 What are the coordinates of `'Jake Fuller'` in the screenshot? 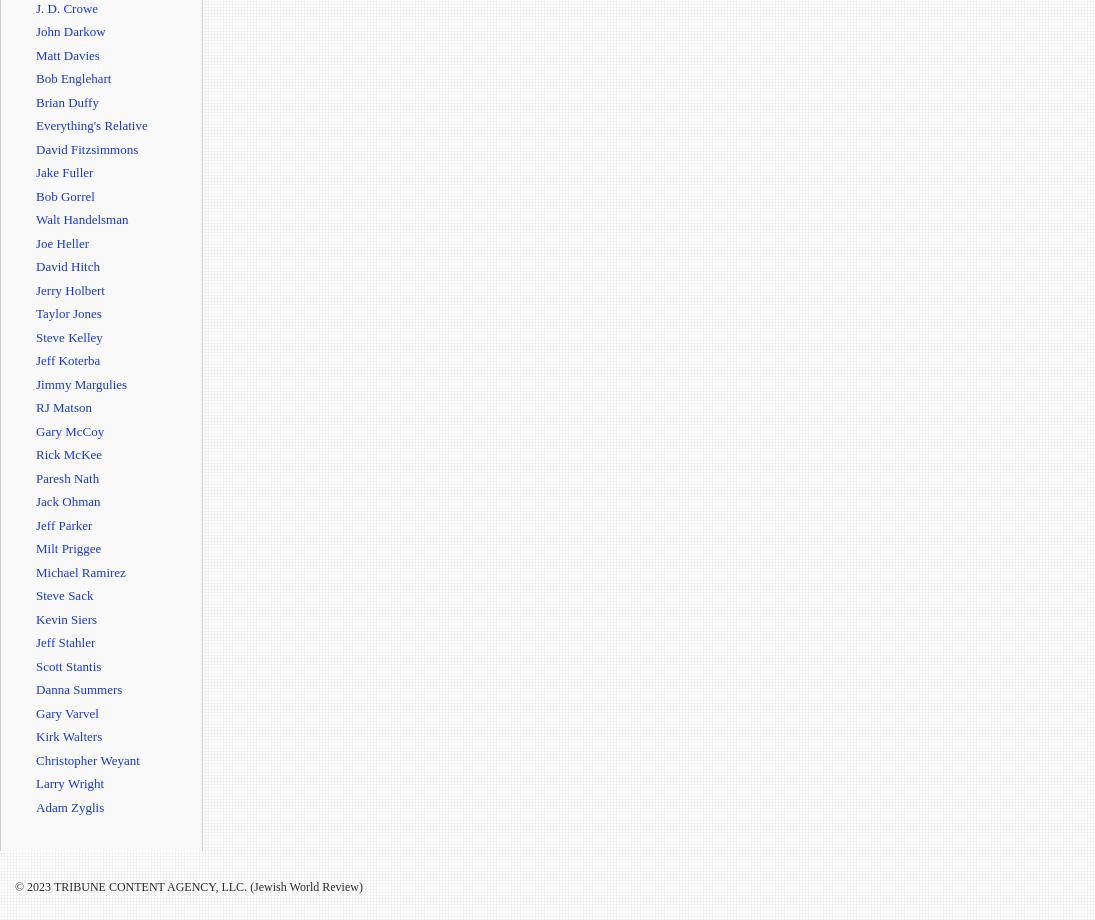 It's located at (63, 171).